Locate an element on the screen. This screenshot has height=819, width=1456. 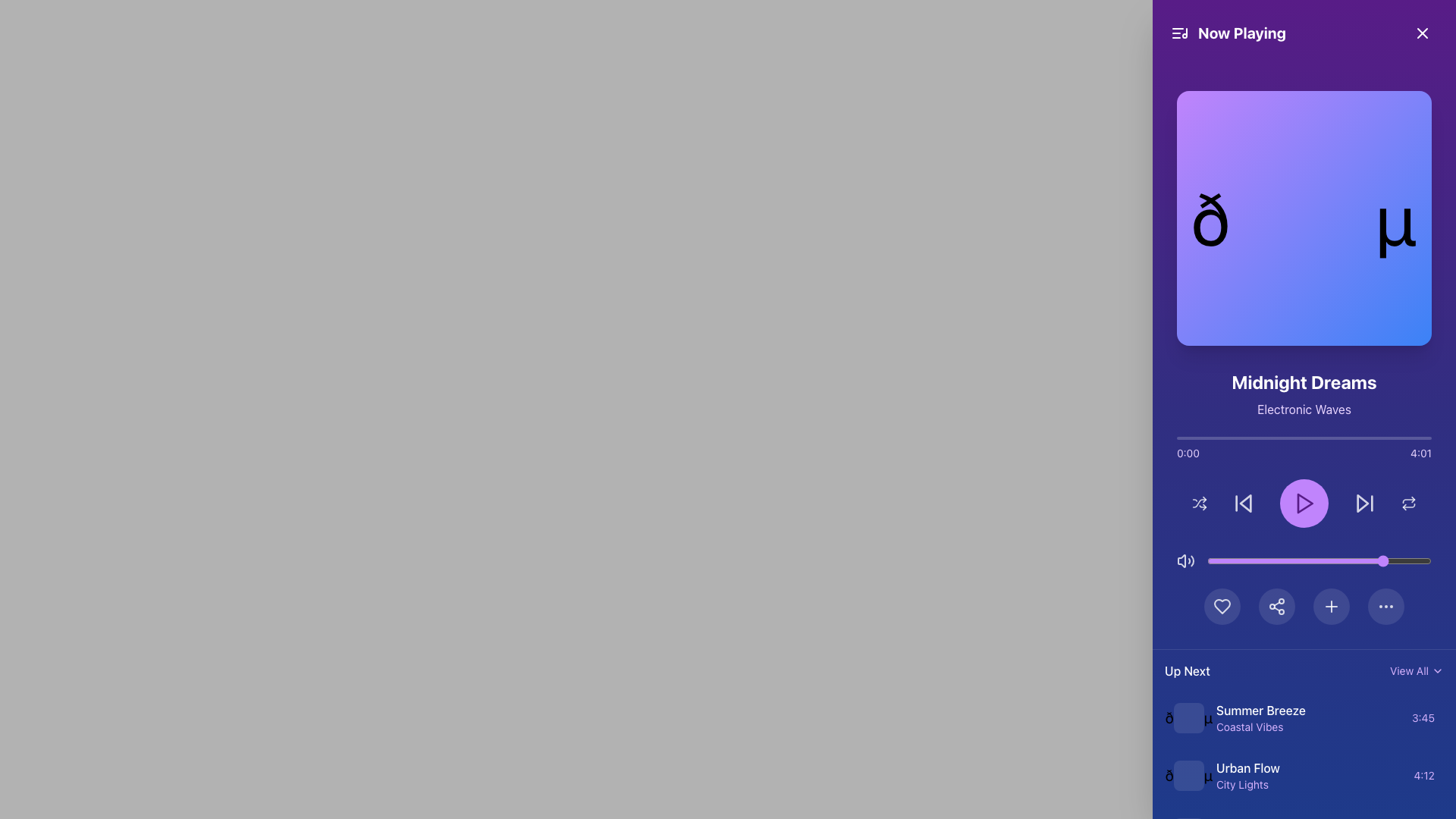
the line segment forming part of the 'X' icon used as a close button in the top-right corner of the interface above the 'Now Playing' title is located at coordinates (1422, 33).